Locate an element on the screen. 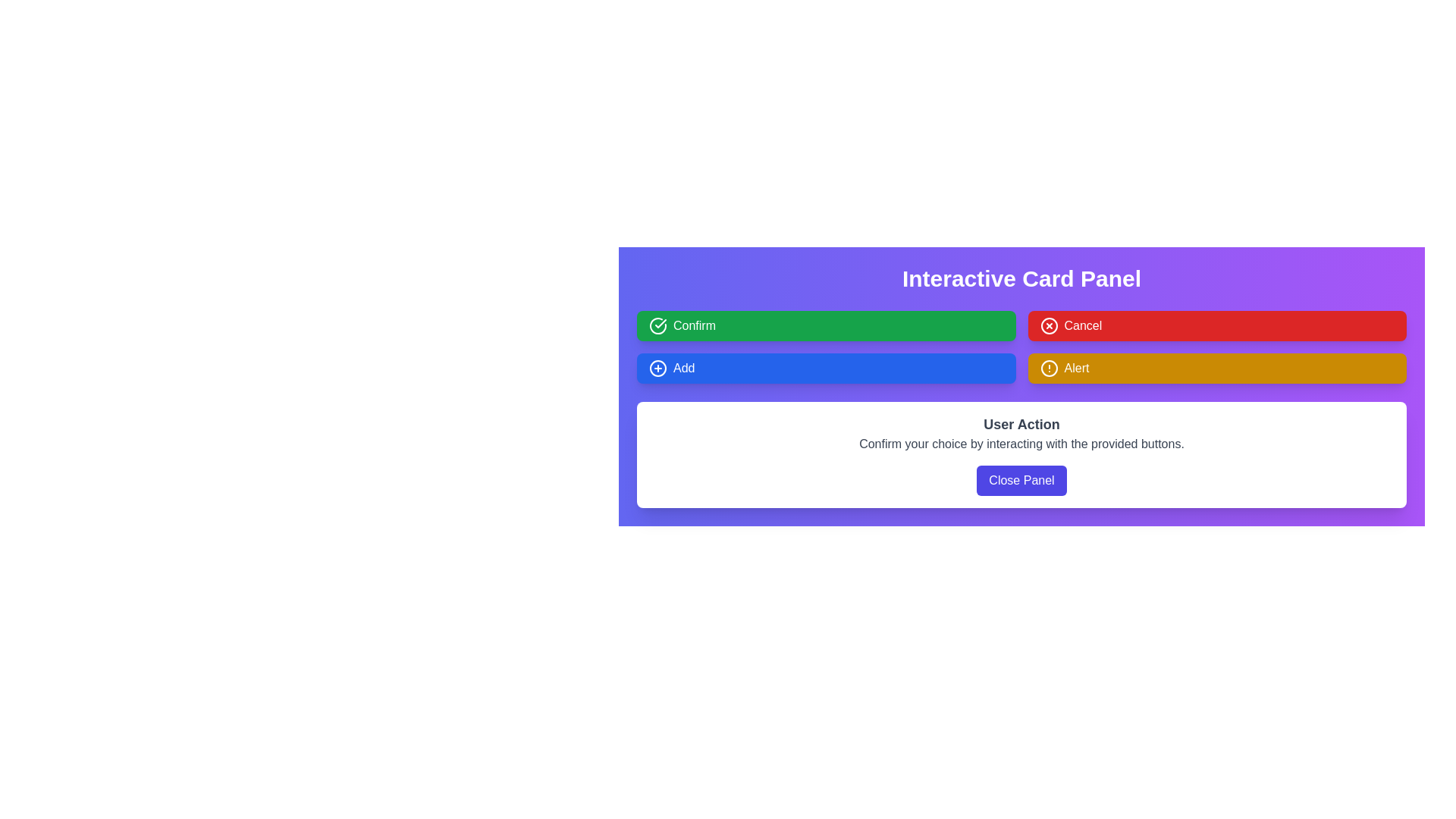 The height and width of the screenshot is (819, 1456). the static text label that reads 'Confirm your choice by interacting with the provided buttons,' located below the 'User Action' heading and above the 'Close Panel' button is located at coordinates (1021, 444).